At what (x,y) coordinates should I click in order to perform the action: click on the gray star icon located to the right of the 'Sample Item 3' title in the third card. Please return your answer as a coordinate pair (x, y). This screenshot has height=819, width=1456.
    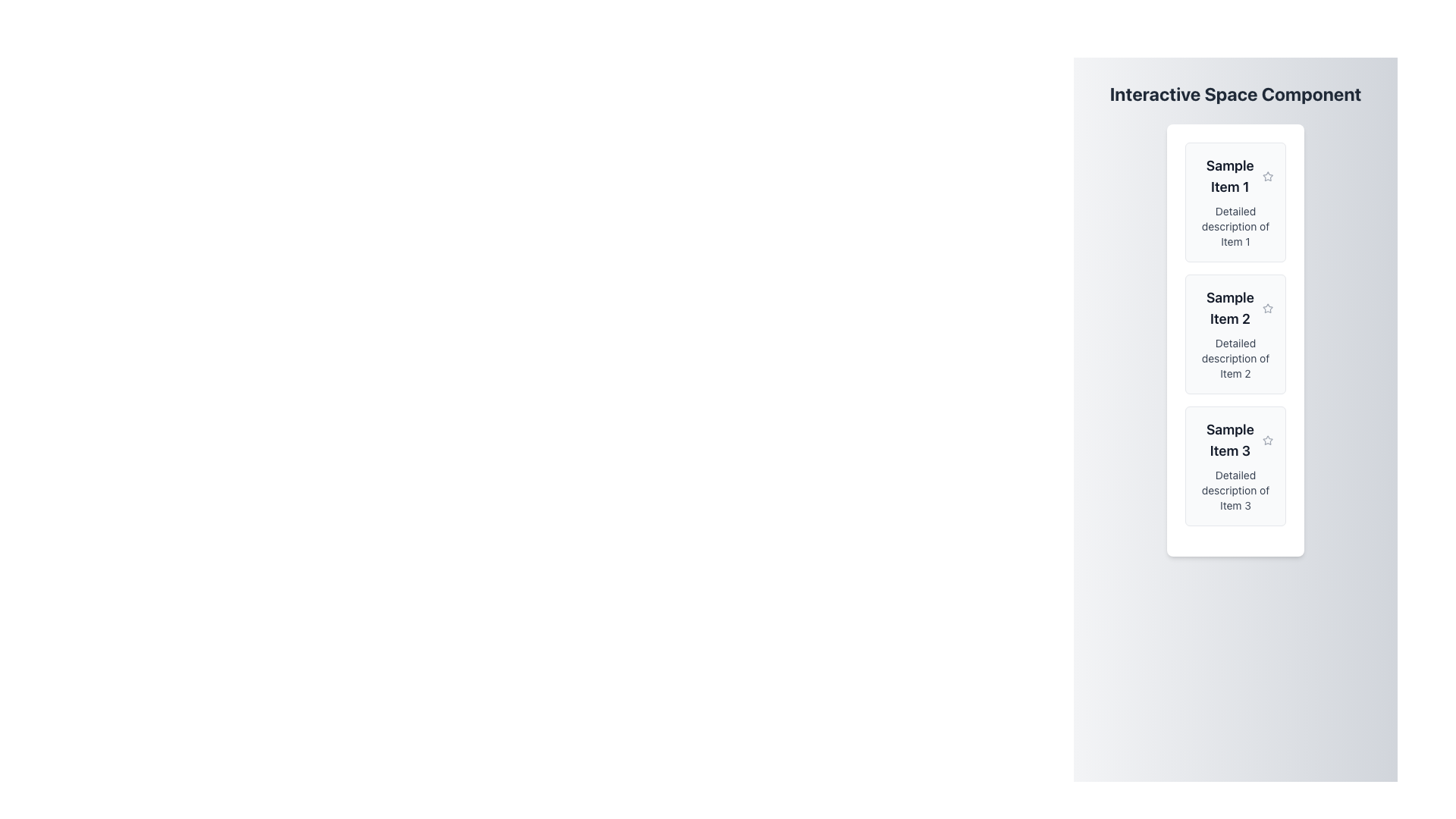
    Looking at the image, I should click on (1268, 440).